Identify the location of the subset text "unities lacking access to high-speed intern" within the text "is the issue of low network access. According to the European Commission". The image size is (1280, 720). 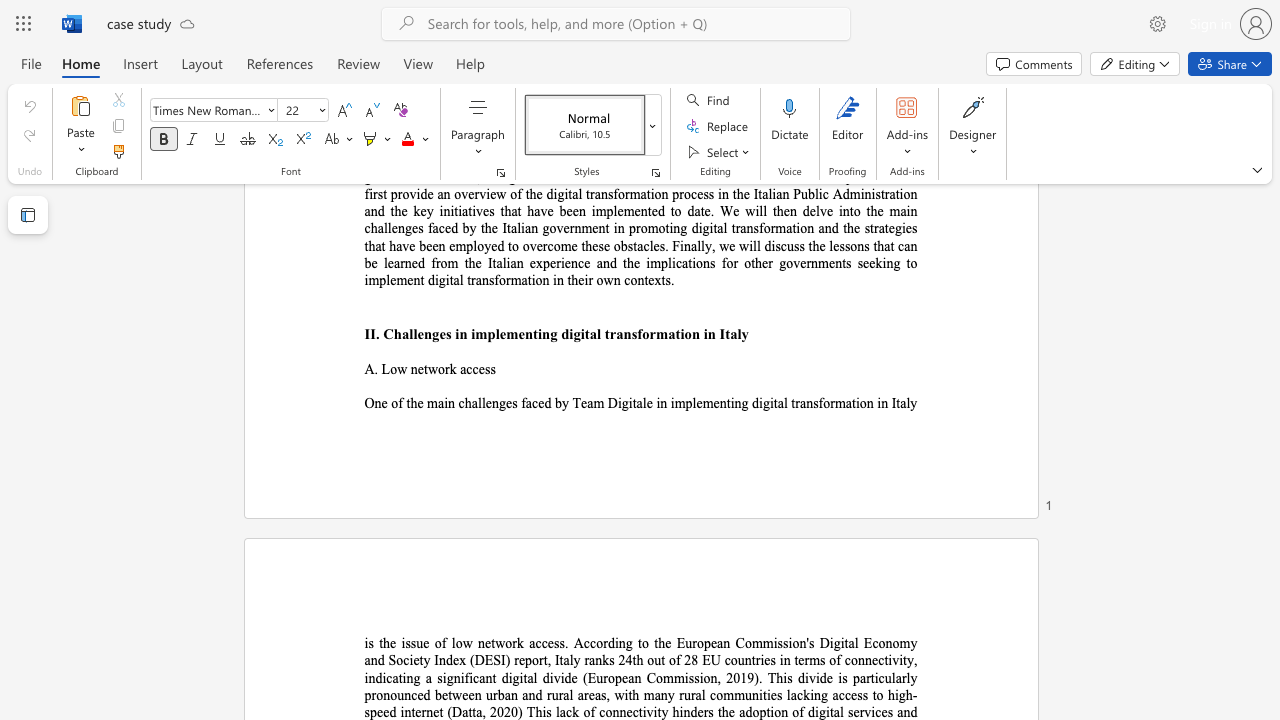
(744, 694).